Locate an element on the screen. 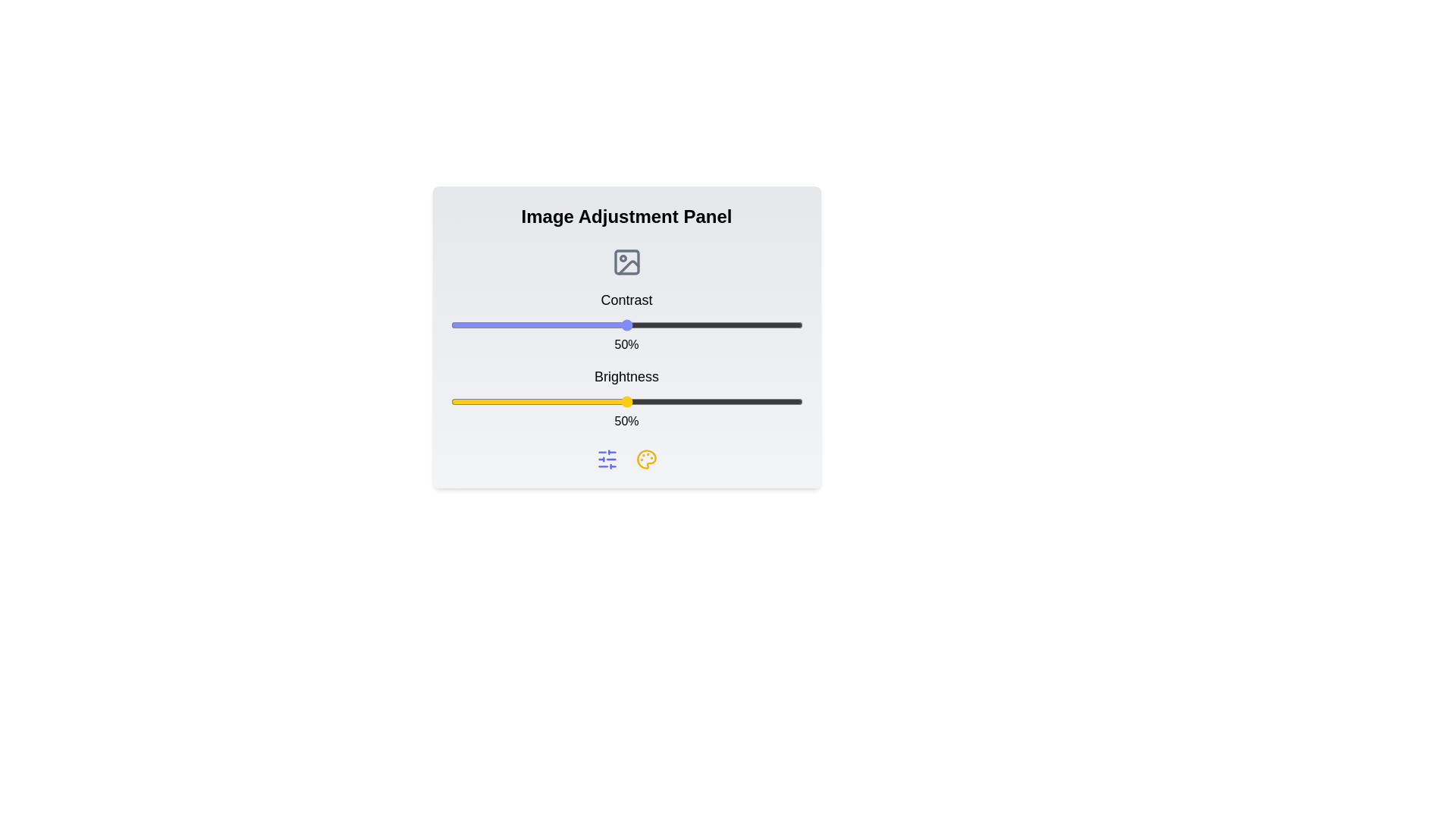 The height and width of the screenshot is (819, 1456). the contrast slider to 76% is located at coordinates (717, 324).